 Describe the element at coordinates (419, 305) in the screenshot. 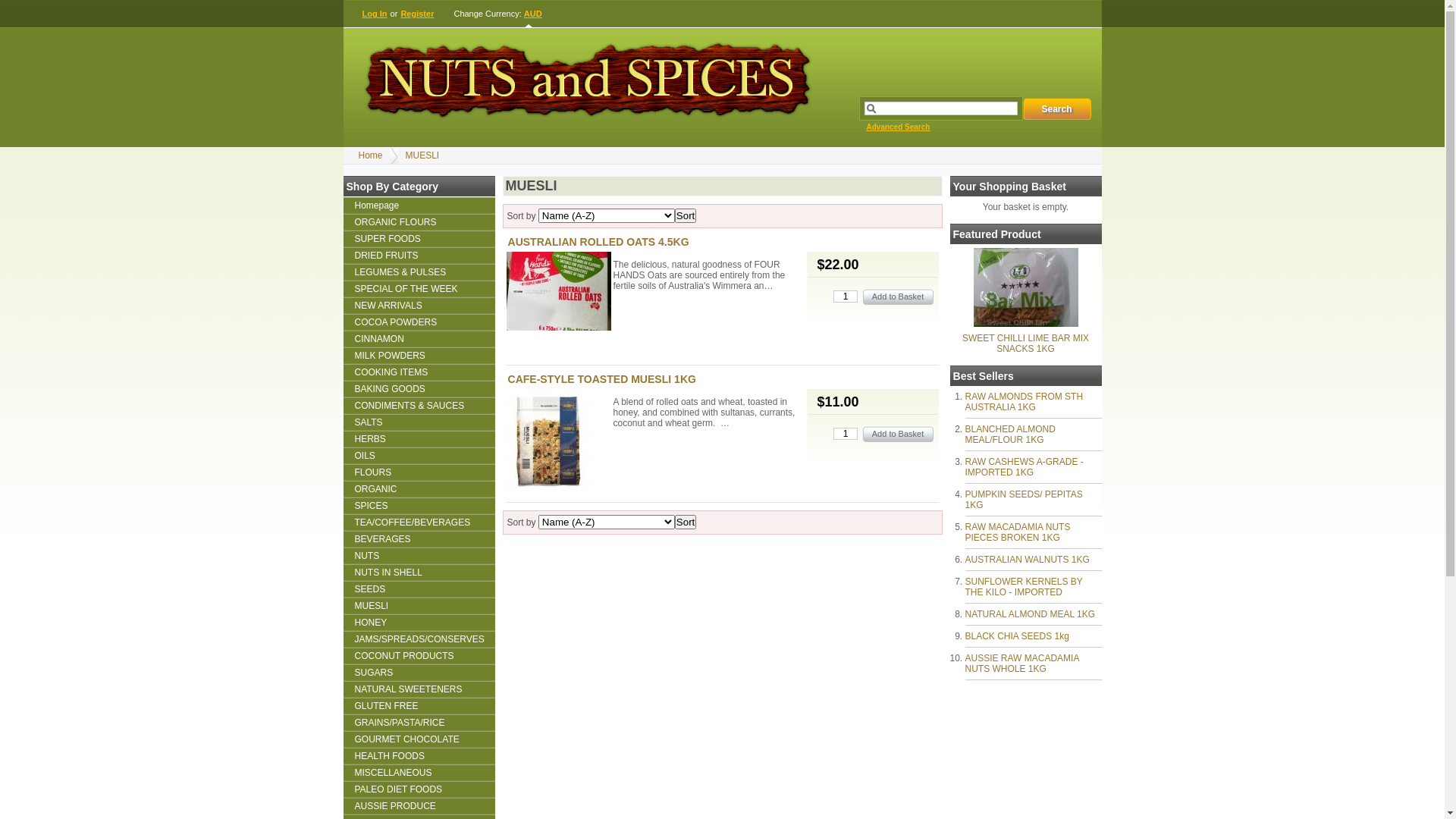

I see `'NEW ARRIVALS'` at that location.